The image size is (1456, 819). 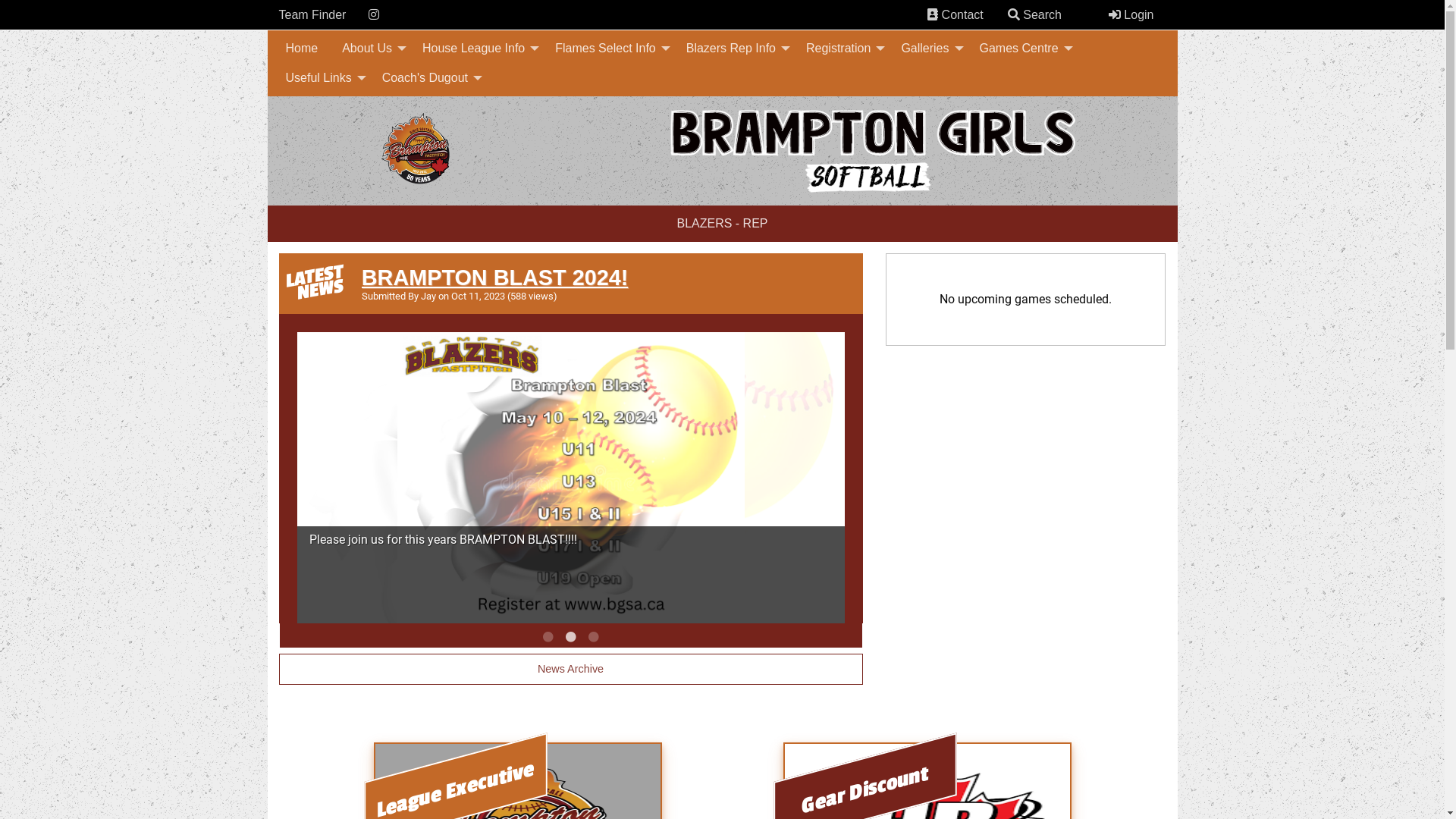 What do you see at coordinates (374, 14) in the screenshot?
I see `'Instagram'` at bounding box center [374, 14].